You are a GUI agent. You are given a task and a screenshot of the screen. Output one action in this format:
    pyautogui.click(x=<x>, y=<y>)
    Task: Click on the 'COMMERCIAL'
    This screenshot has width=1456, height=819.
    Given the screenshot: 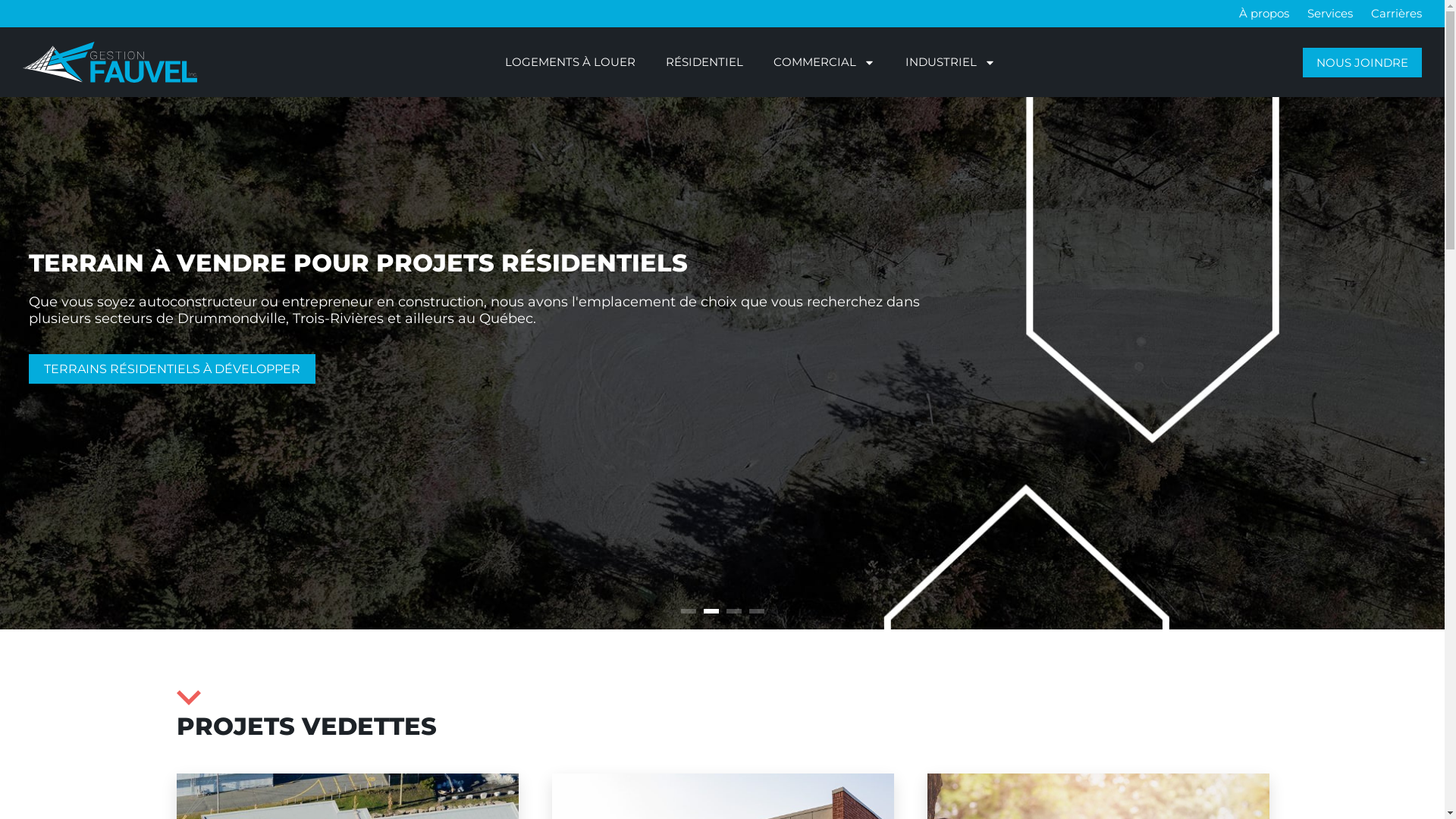 What is the action you would take?
    pyautogui.click(x=823, y=61)
    